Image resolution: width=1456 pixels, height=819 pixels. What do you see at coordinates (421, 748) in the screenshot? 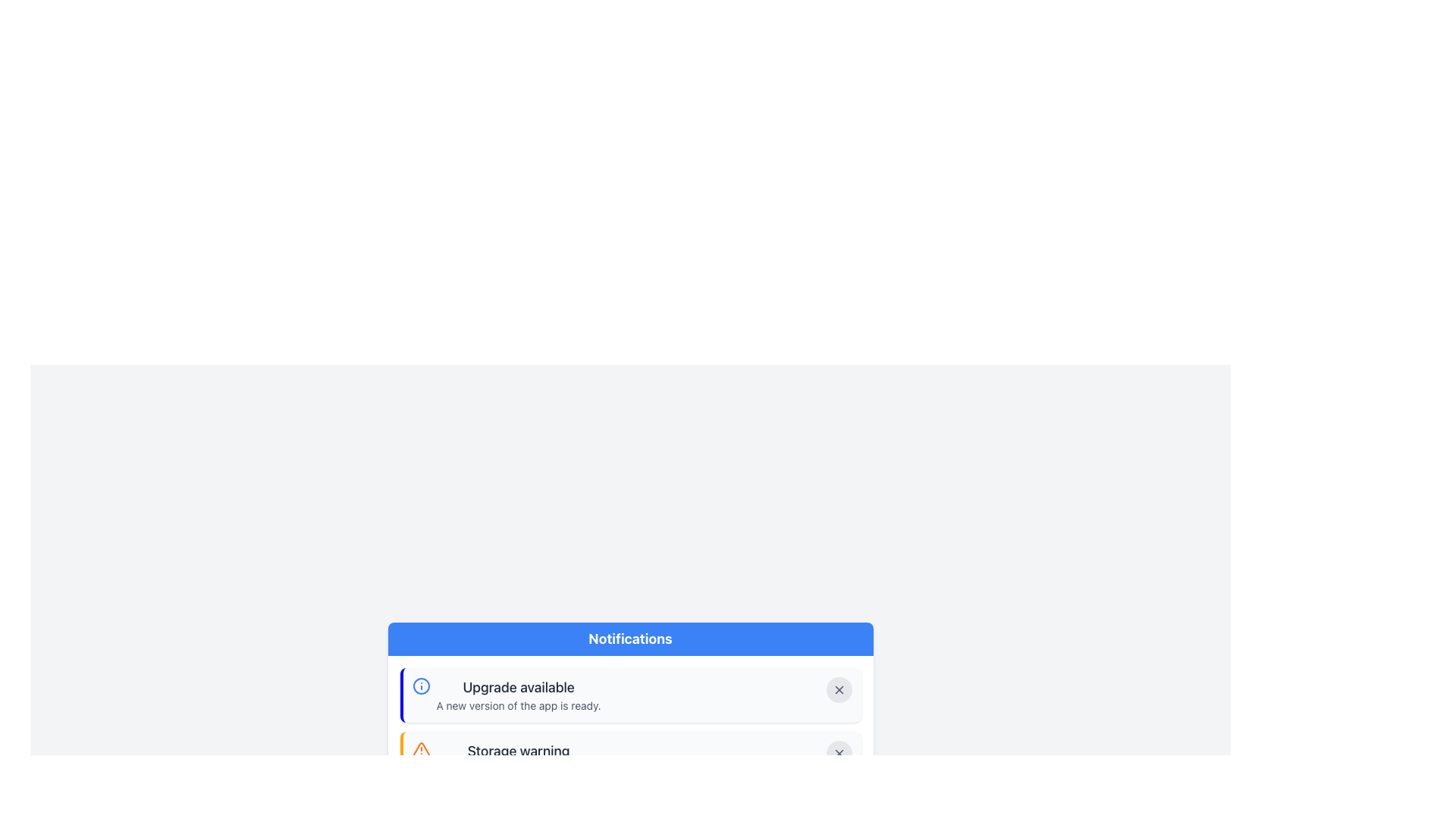
I see `the warning icon in the second notification row next to the 'Storage warning' message` at bounding box center [421, 748].